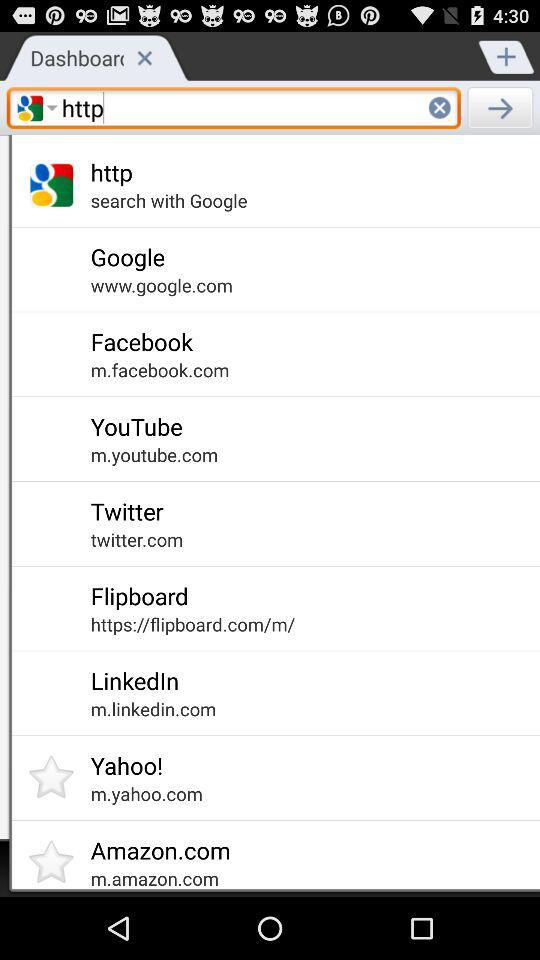 This screenshot has width=540, height=960. Describe the element at coordinates (29, 108) in the screenshot. I see `the first google icon in search engine` at that location.